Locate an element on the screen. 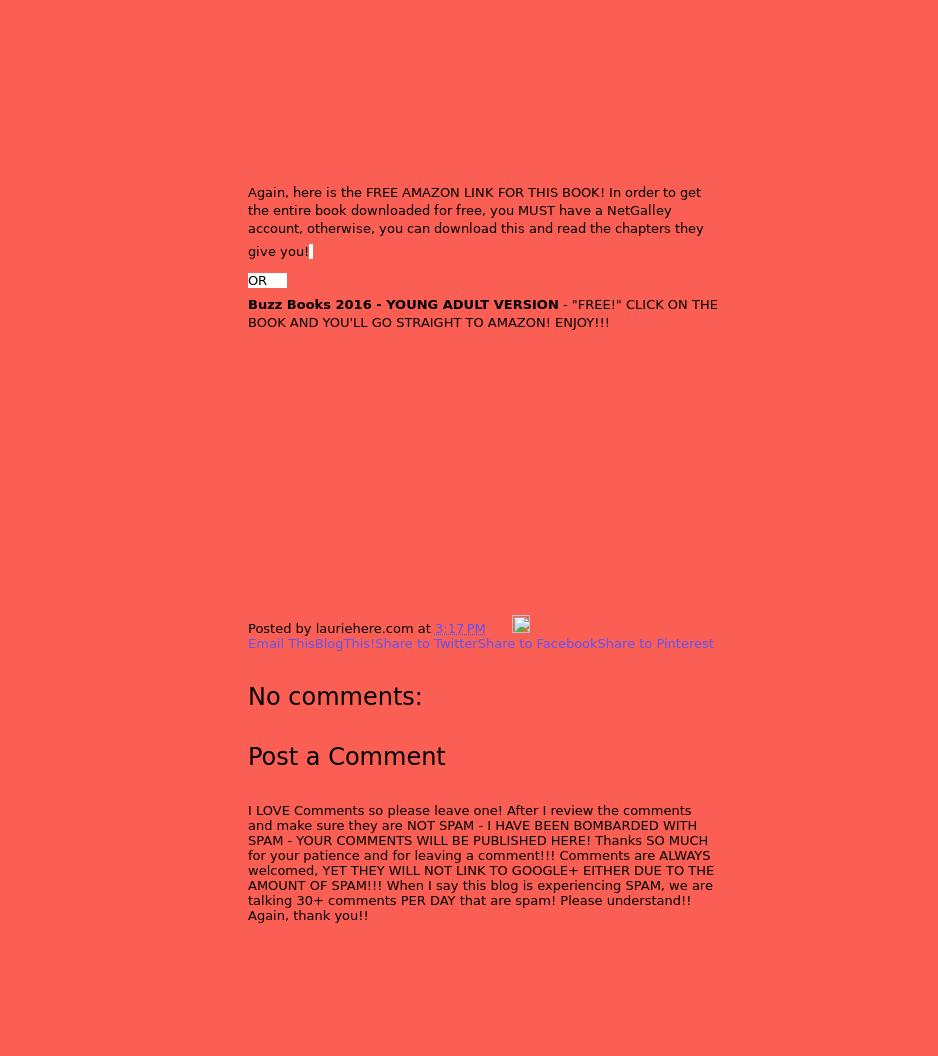 Image resolution: width=938 pixels, height=1056 pixels. 'Email This' is located at coordinates (281, 642).